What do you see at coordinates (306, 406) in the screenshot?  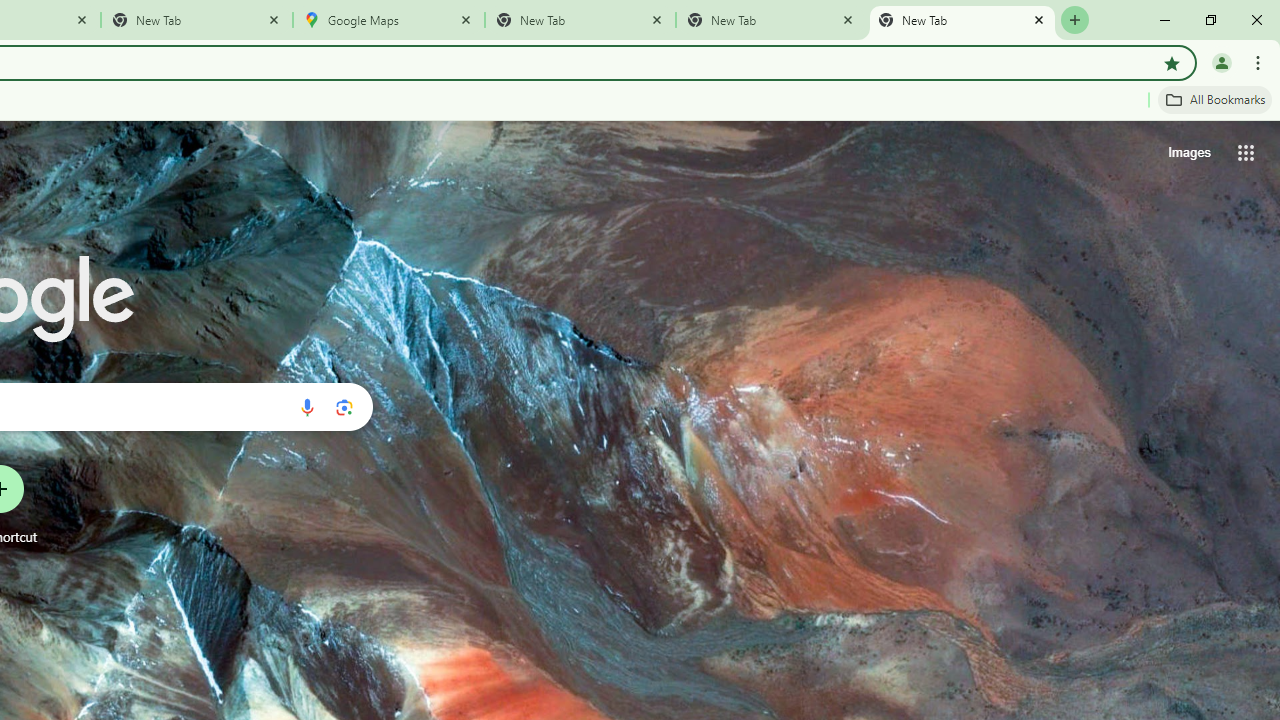 I see `'Search by voice'` at bounding box center [306, 406].